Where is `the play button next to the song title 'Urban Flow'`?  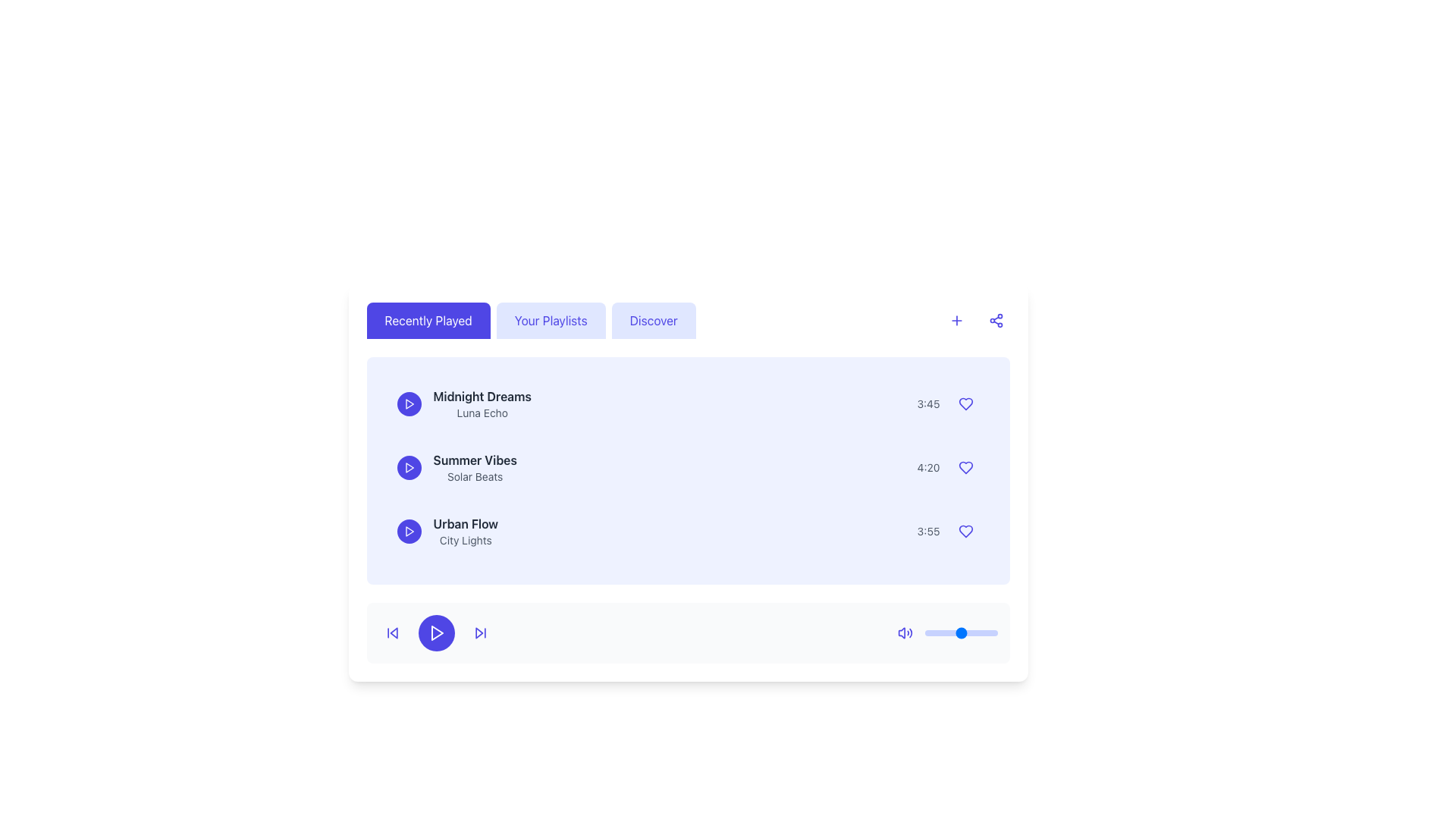
the play button next to the song title 'Urban Flow' is located at coordinates (409, 531).